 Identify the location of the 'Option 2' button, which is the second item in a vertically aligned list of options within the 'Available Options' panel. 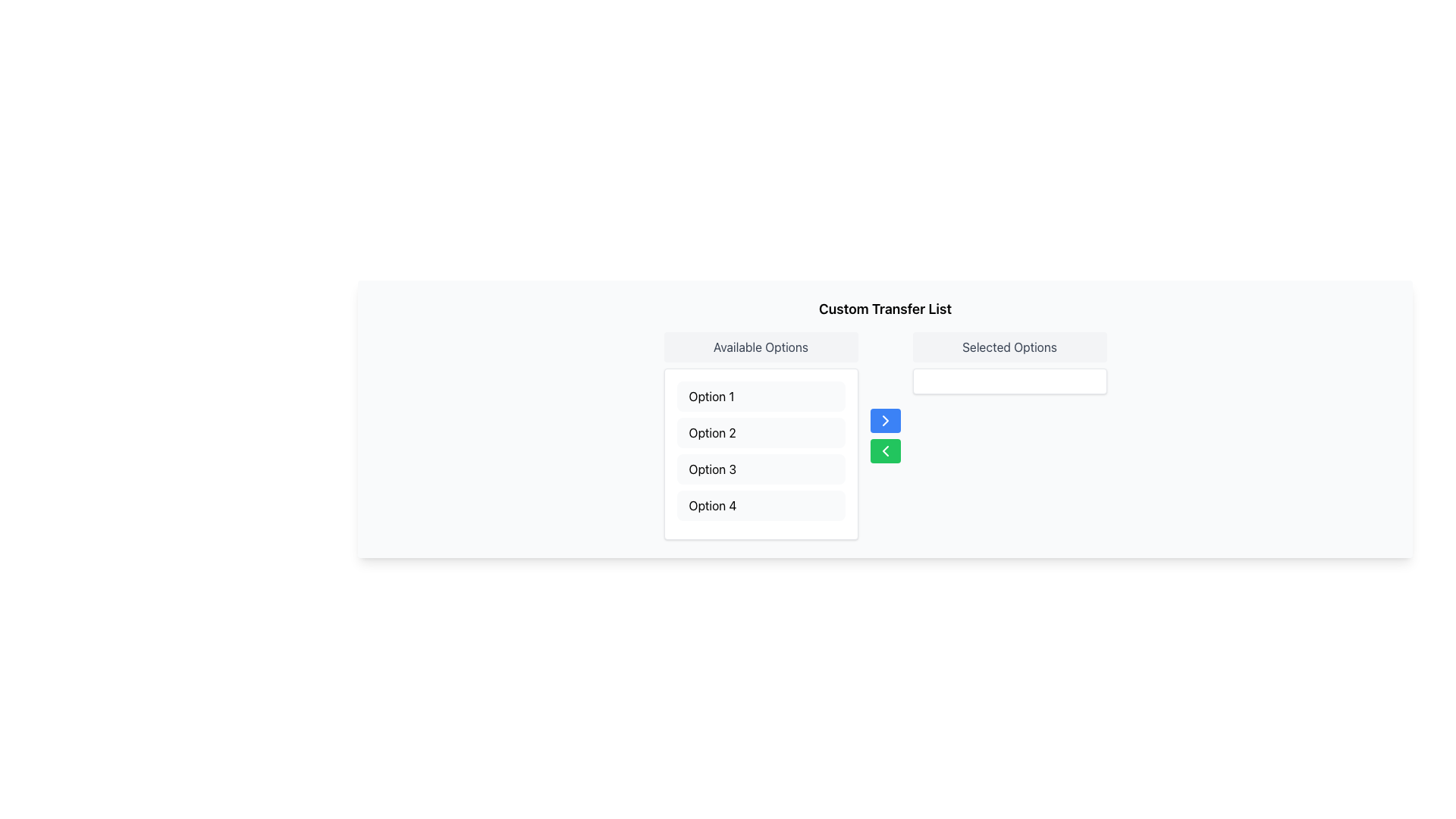
(761, 432).